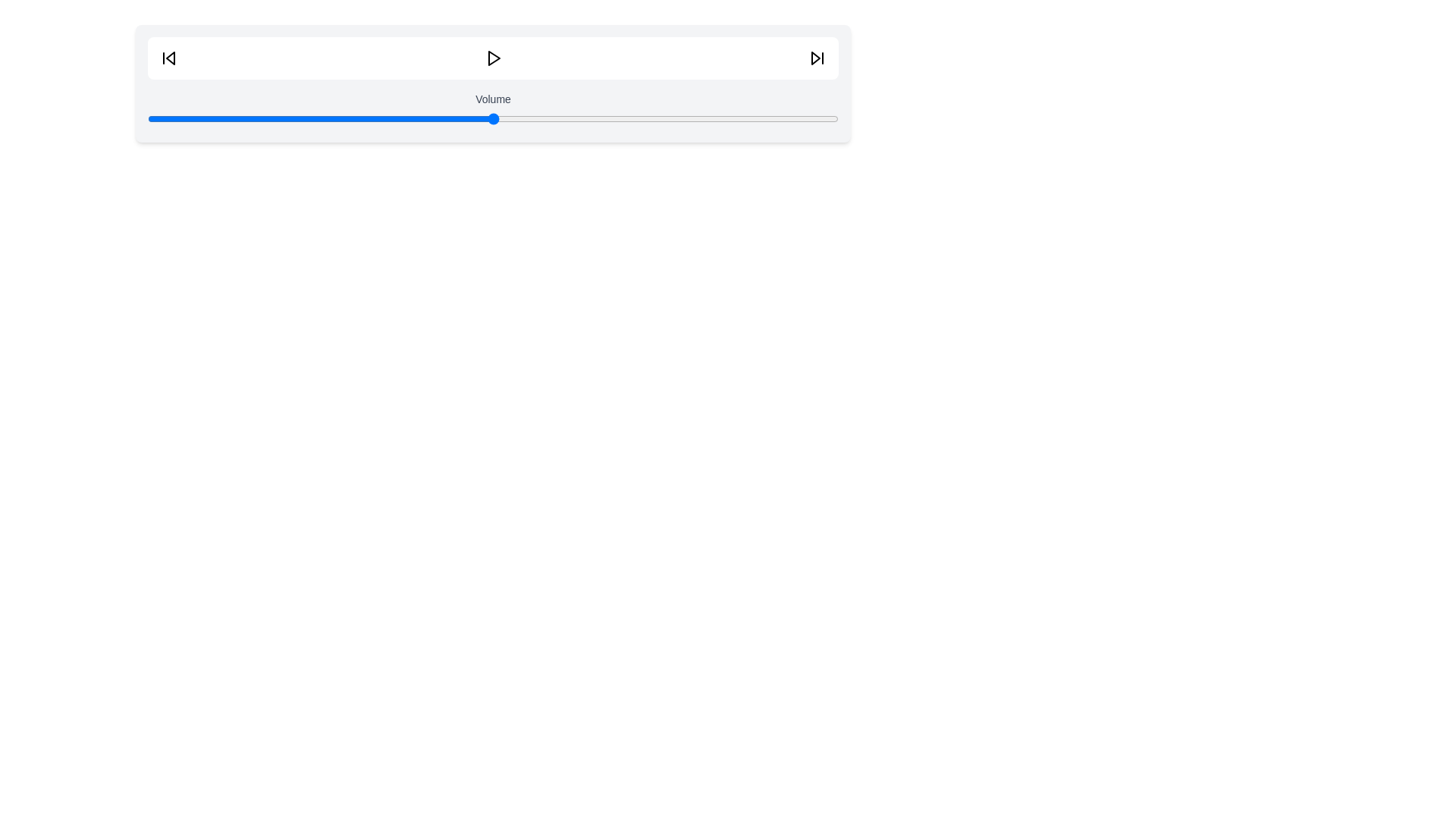 The image size is (1456, 819). What do you see at coordinates (493, 58) in the screenshot?
I see `the circular play button with a white triangle icon to change its background color to light green` at bounding box center [493, 58].